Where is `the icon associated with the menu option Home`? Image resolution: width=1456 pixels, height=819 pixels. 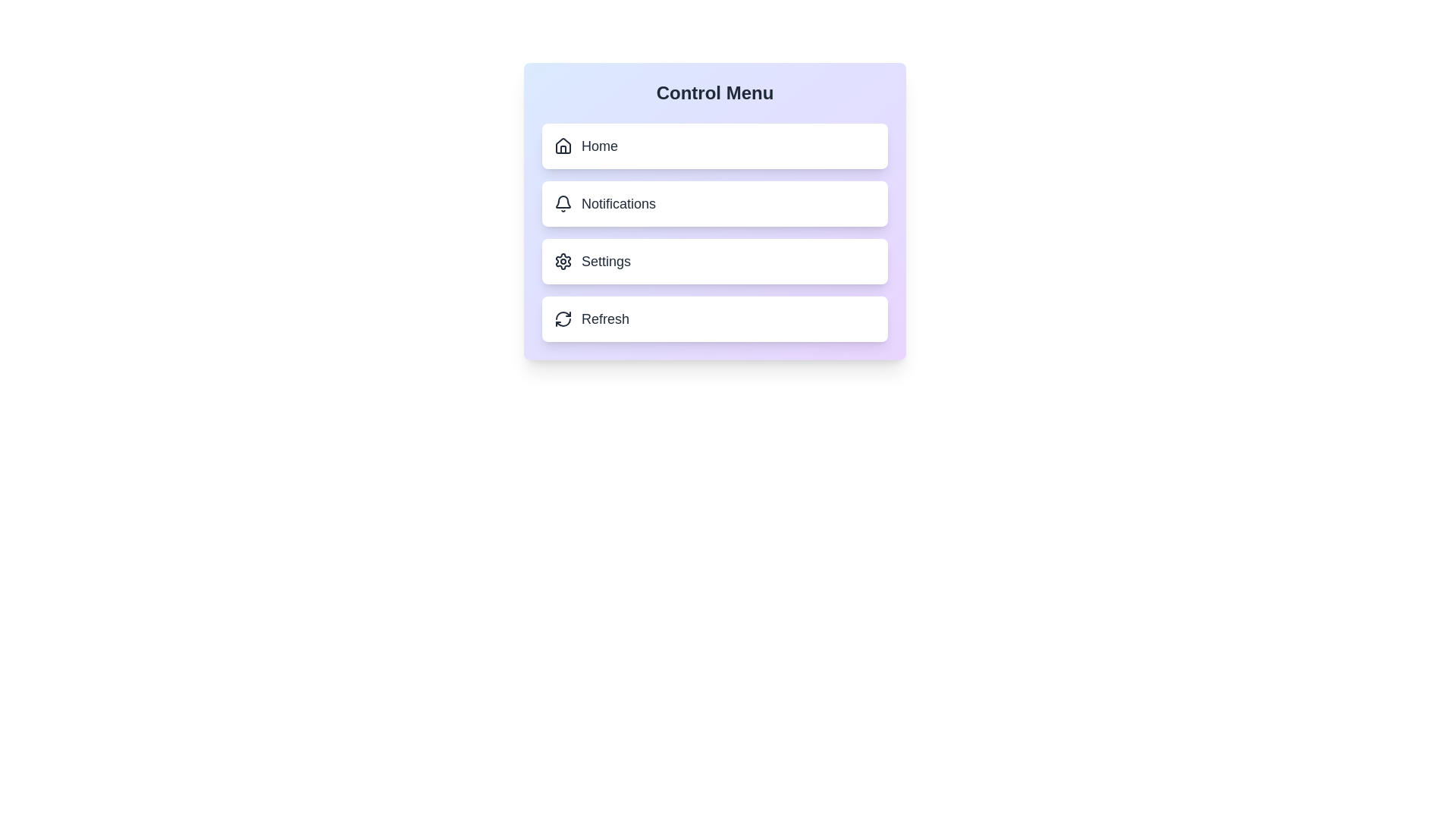 the icon associated with the menu option Home is located at coordinates (563, 146).